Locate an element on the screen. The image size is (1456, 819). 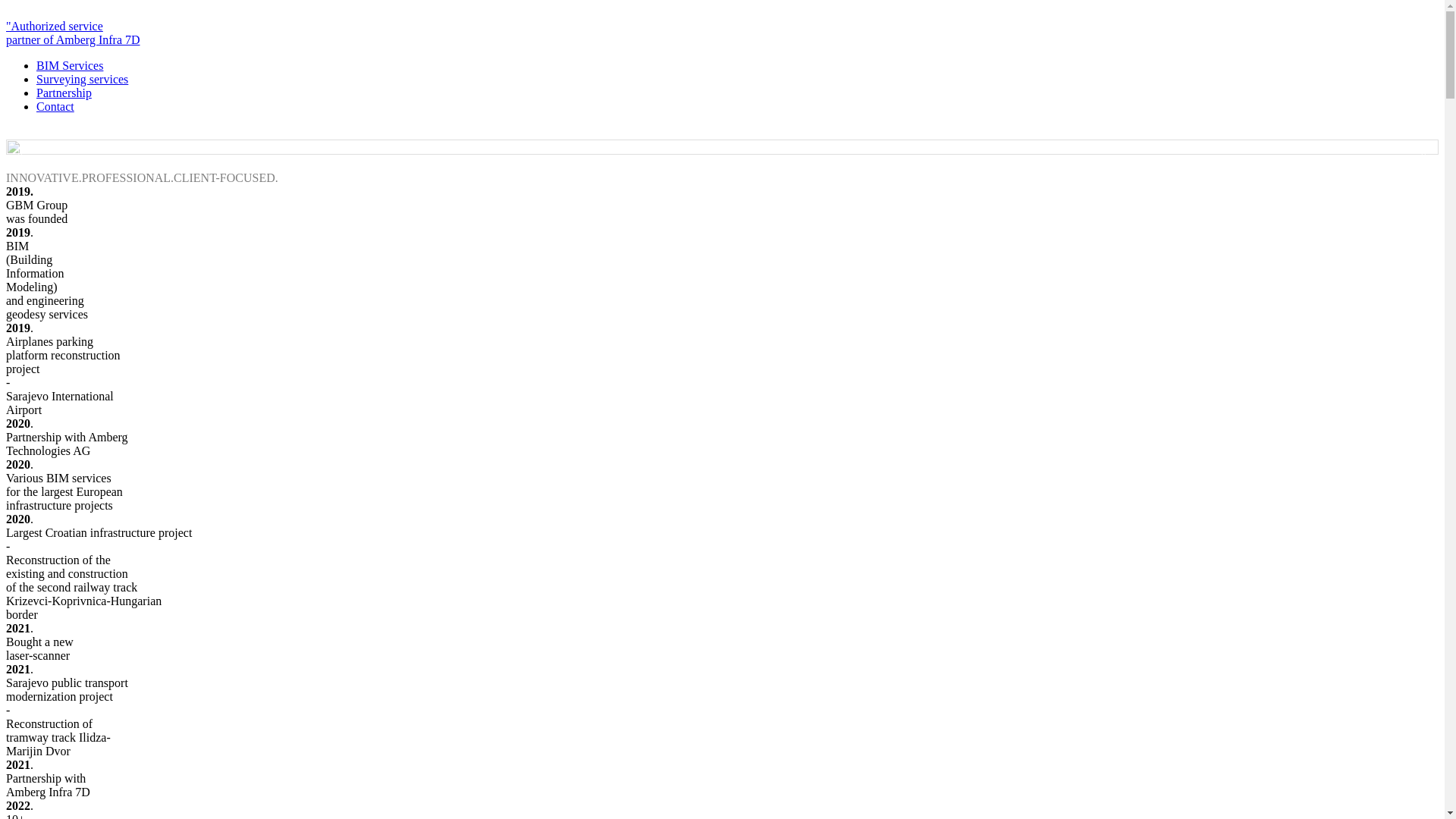
'"Authorized service is located at coordinates (6, 39).